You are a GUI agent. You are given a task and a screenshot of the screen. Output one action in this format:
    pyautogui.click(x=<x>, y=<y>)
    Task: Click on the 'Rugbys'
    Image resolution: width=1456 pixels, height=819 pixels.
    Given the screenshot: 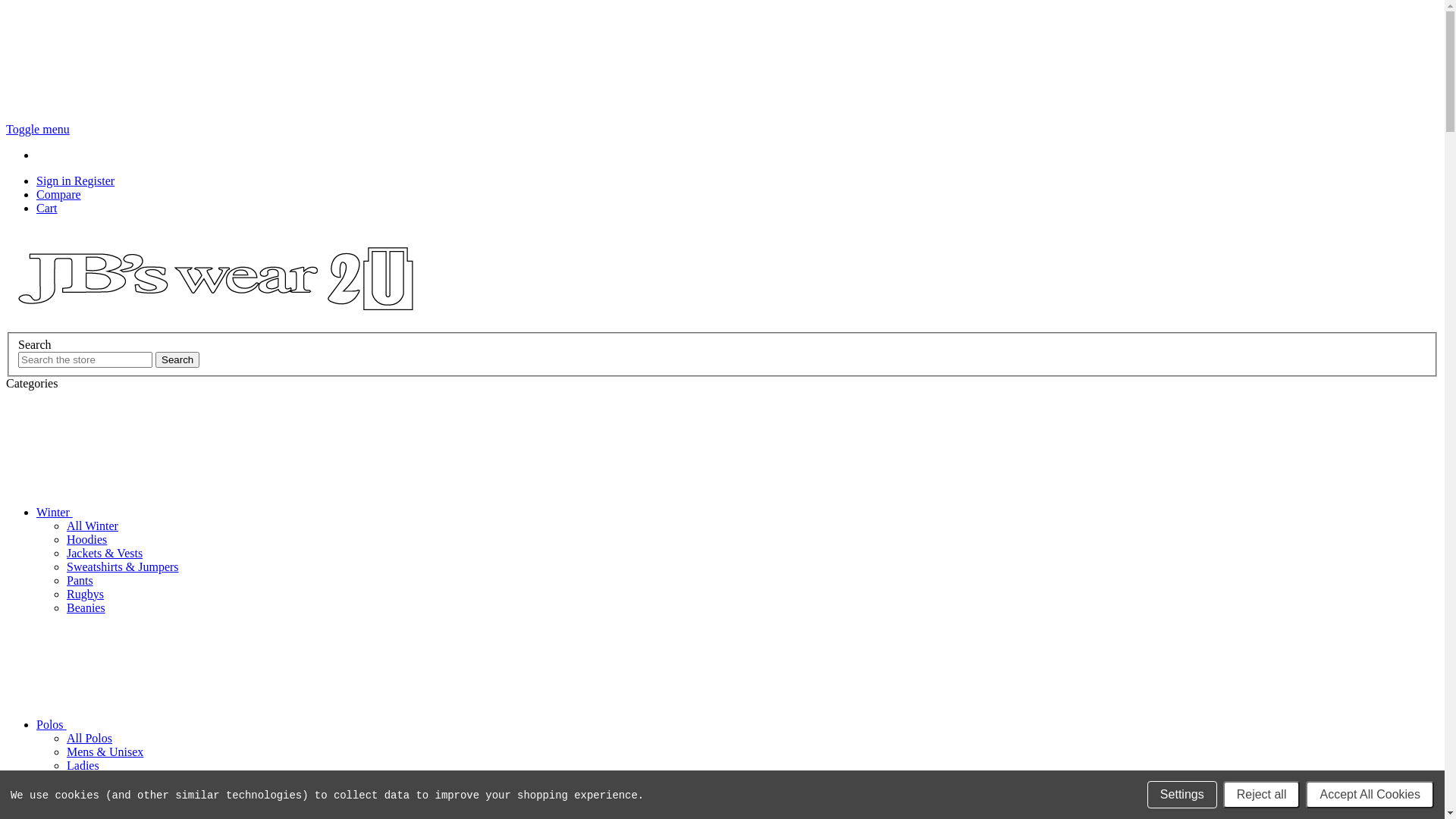 What is the action you would take?
    pyautogui.click(x=84, y=593)
    